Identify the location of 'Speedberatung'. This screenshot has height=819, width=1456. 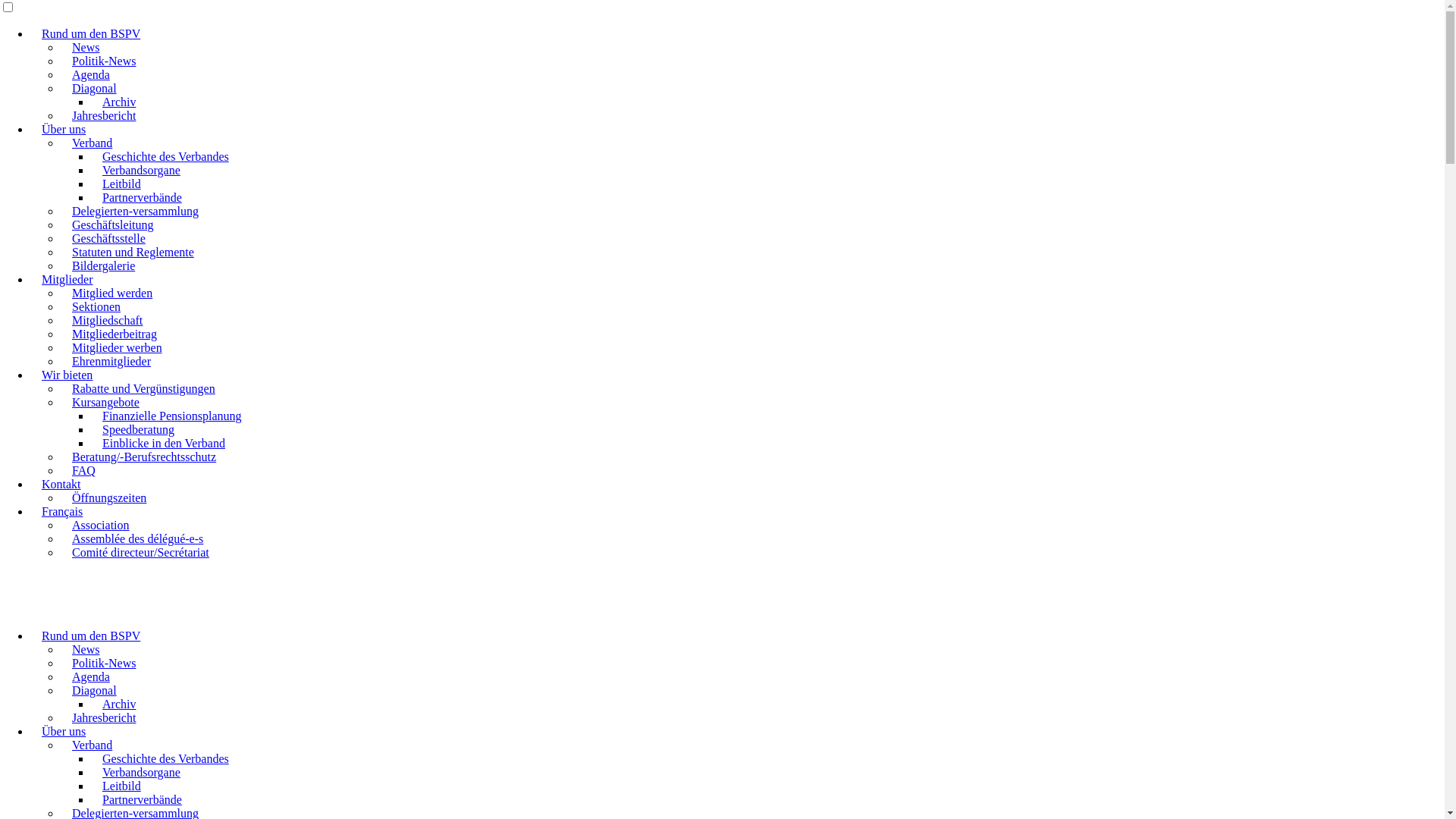
(138, 429).